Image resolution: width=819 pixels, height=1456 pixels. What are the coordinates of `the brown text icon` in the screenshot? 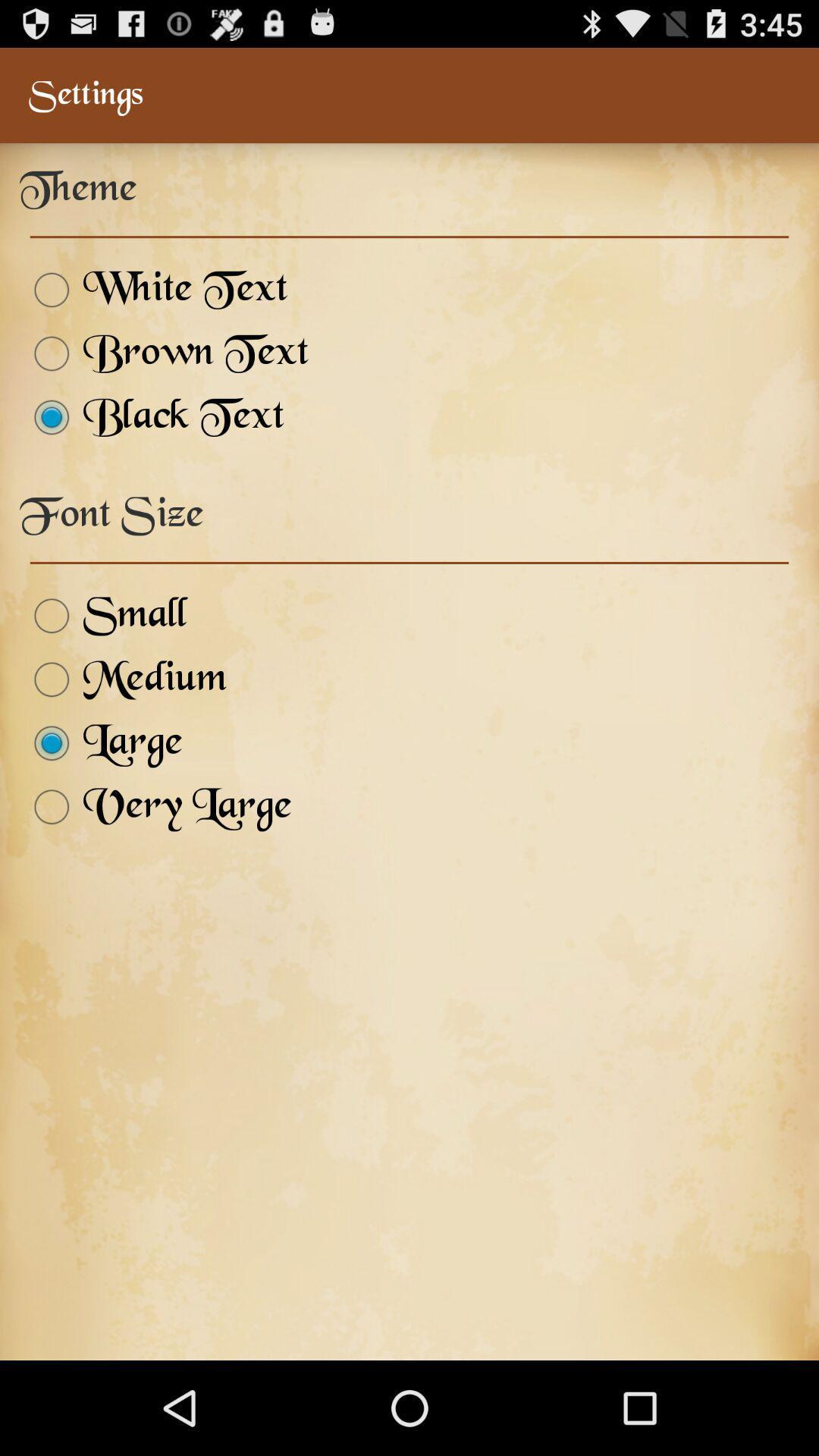 It's located at (164, 353).